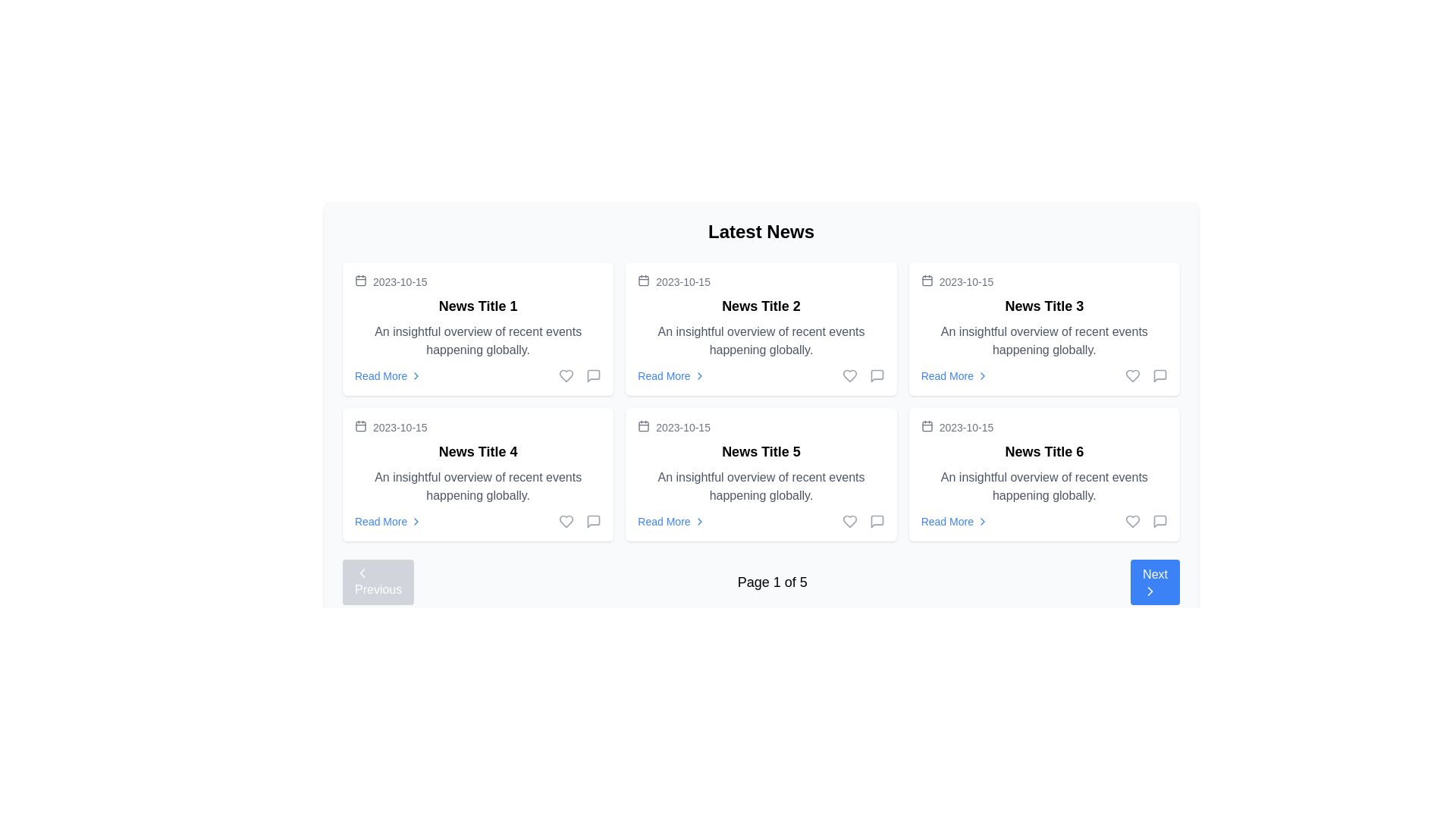 This screenshot has width=1456, height=819. Describe the element at coordinates (1043, 306) in the screenshot. I see `the bold, black-text styled heading displaying 'News Title 3' located in the third-column card under the 'Latest News' heading` at that location.